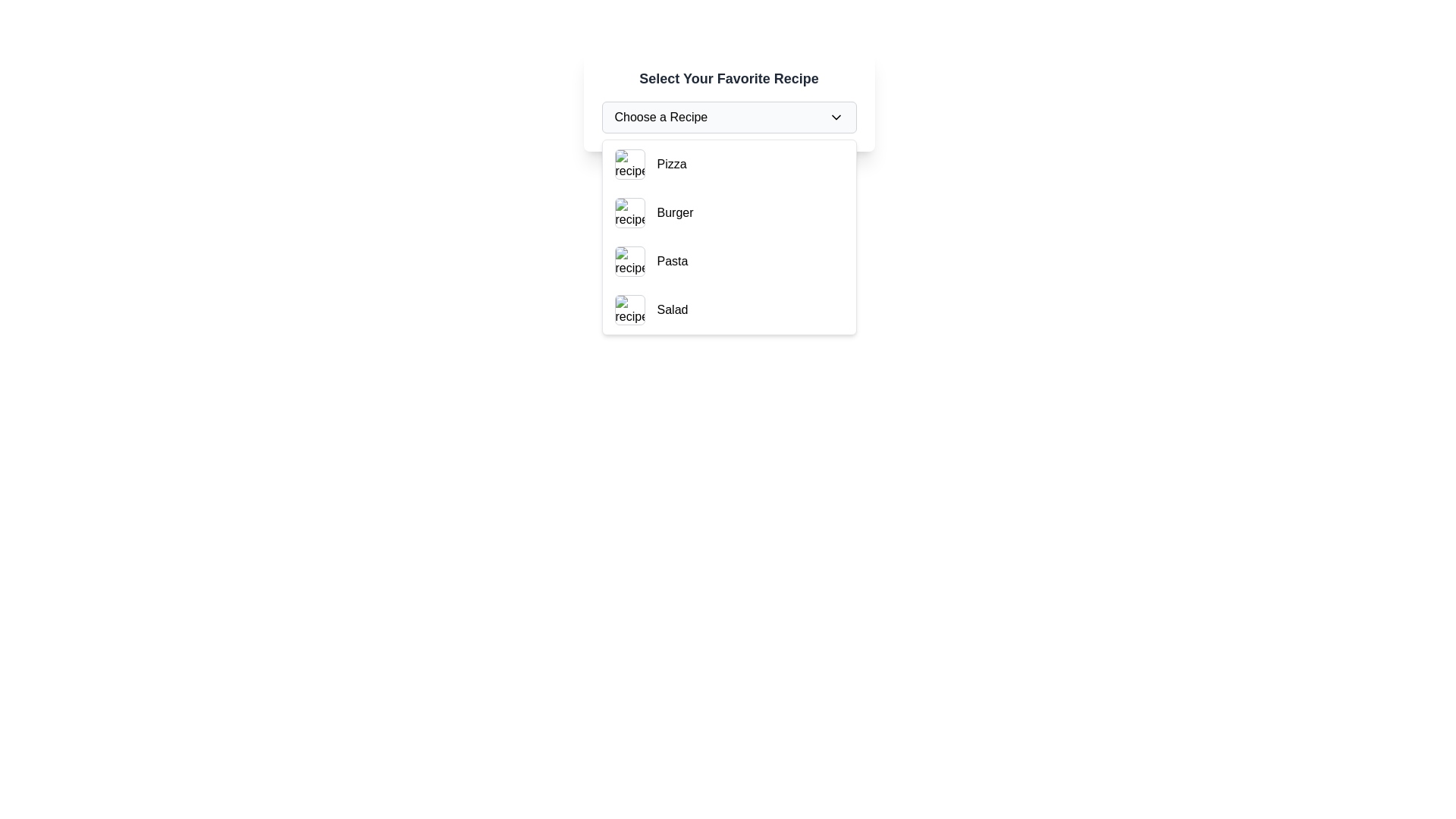 This screenshot has height=819, width=1456. What do you see at coordinates (729, 79) in the screenshot?
I see `bold header text 'Select Your Favorite Recipe', which is prominently positioned at the top of the section` at bounding box center [729, 79].